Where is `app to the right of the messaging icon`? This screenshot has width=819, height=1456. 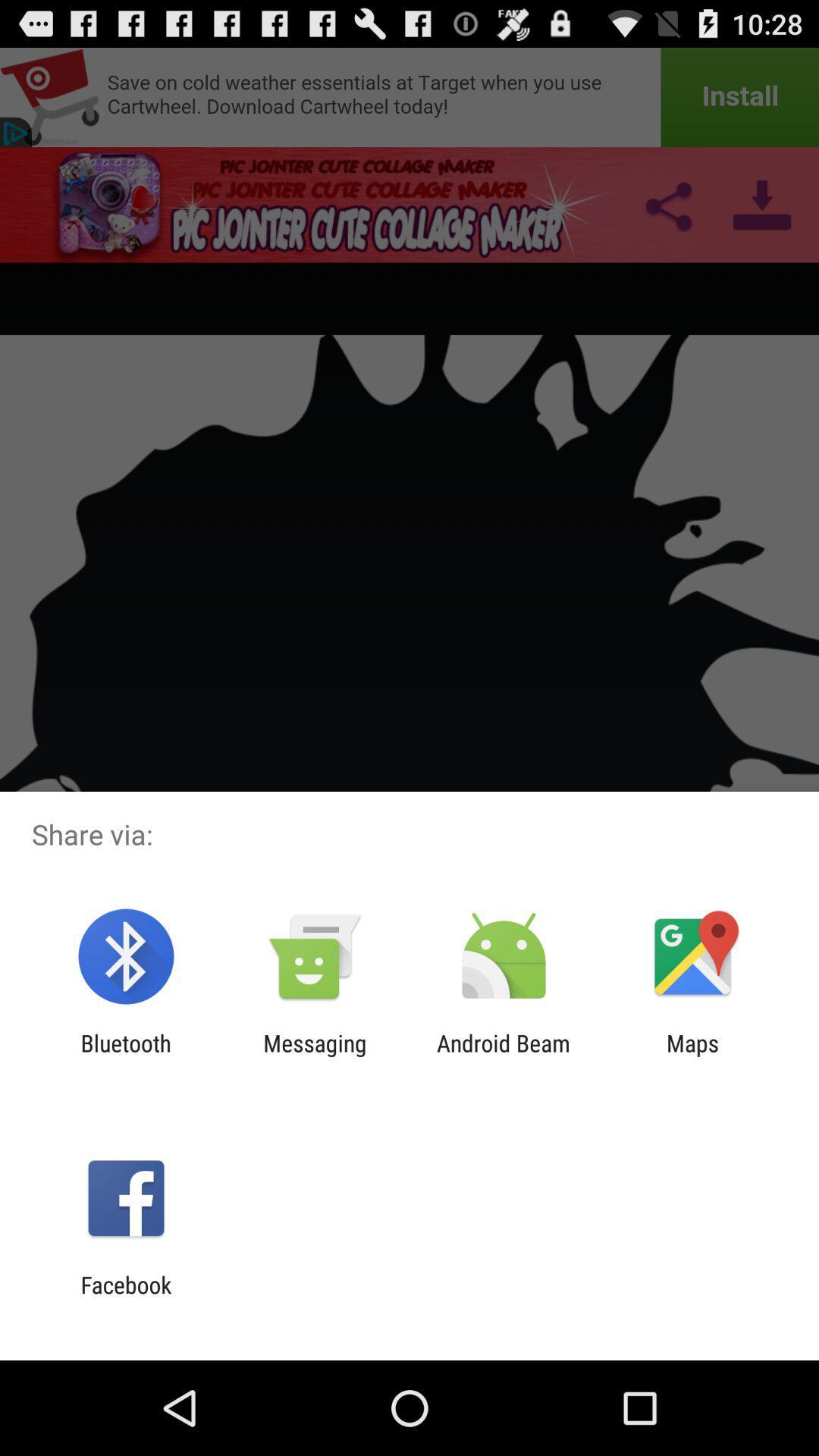 app to the right of the messaging icon is located at coordinates (504, 1056).